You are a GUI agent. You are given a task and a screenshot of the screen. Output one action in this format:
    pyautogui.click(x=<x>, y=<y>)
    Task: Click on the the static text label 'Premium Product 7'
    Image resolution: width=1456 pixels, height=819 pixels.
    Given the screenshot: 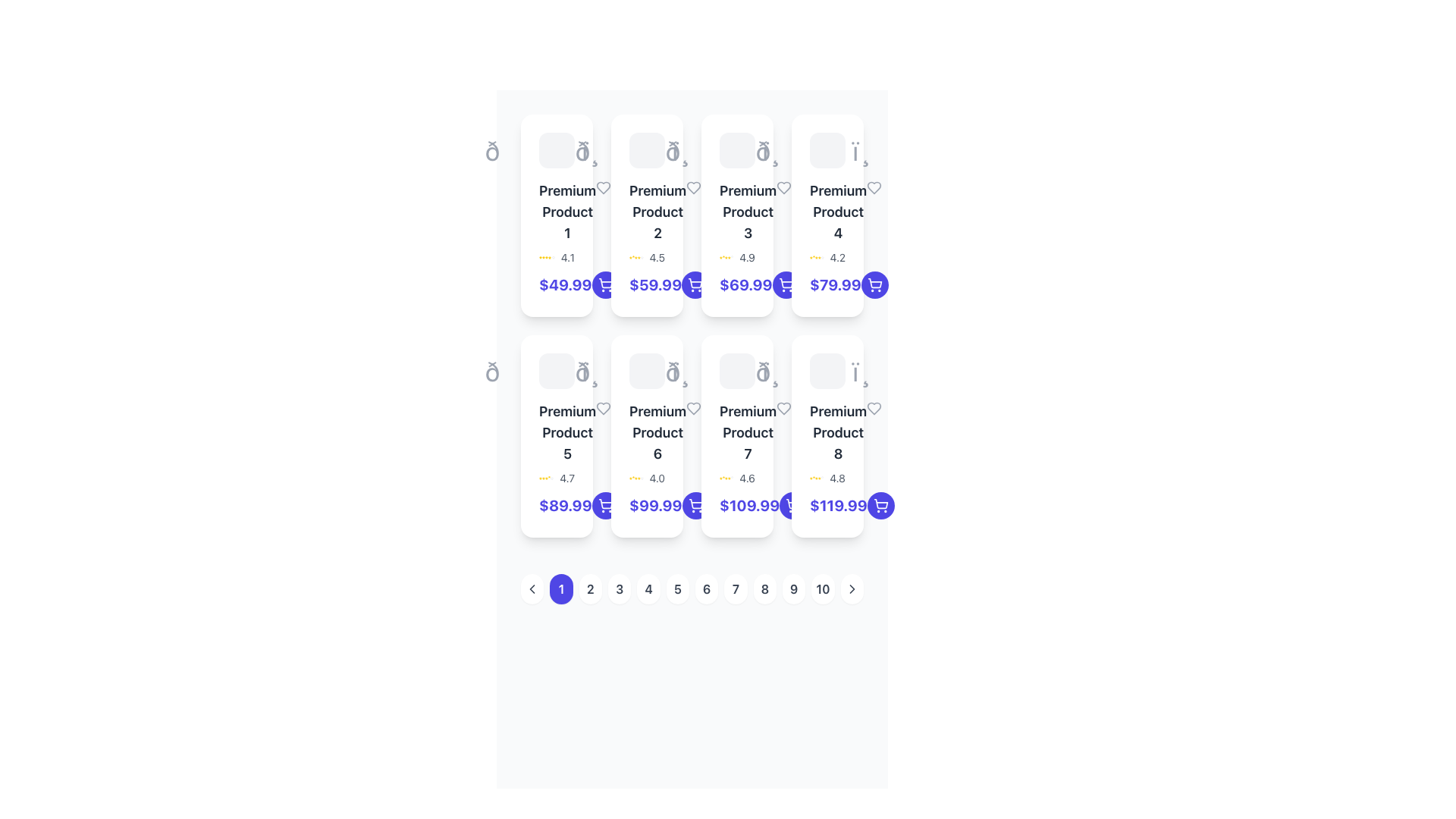 What is the action you would take?
    pyautogui.click(x=748, y=432)
    